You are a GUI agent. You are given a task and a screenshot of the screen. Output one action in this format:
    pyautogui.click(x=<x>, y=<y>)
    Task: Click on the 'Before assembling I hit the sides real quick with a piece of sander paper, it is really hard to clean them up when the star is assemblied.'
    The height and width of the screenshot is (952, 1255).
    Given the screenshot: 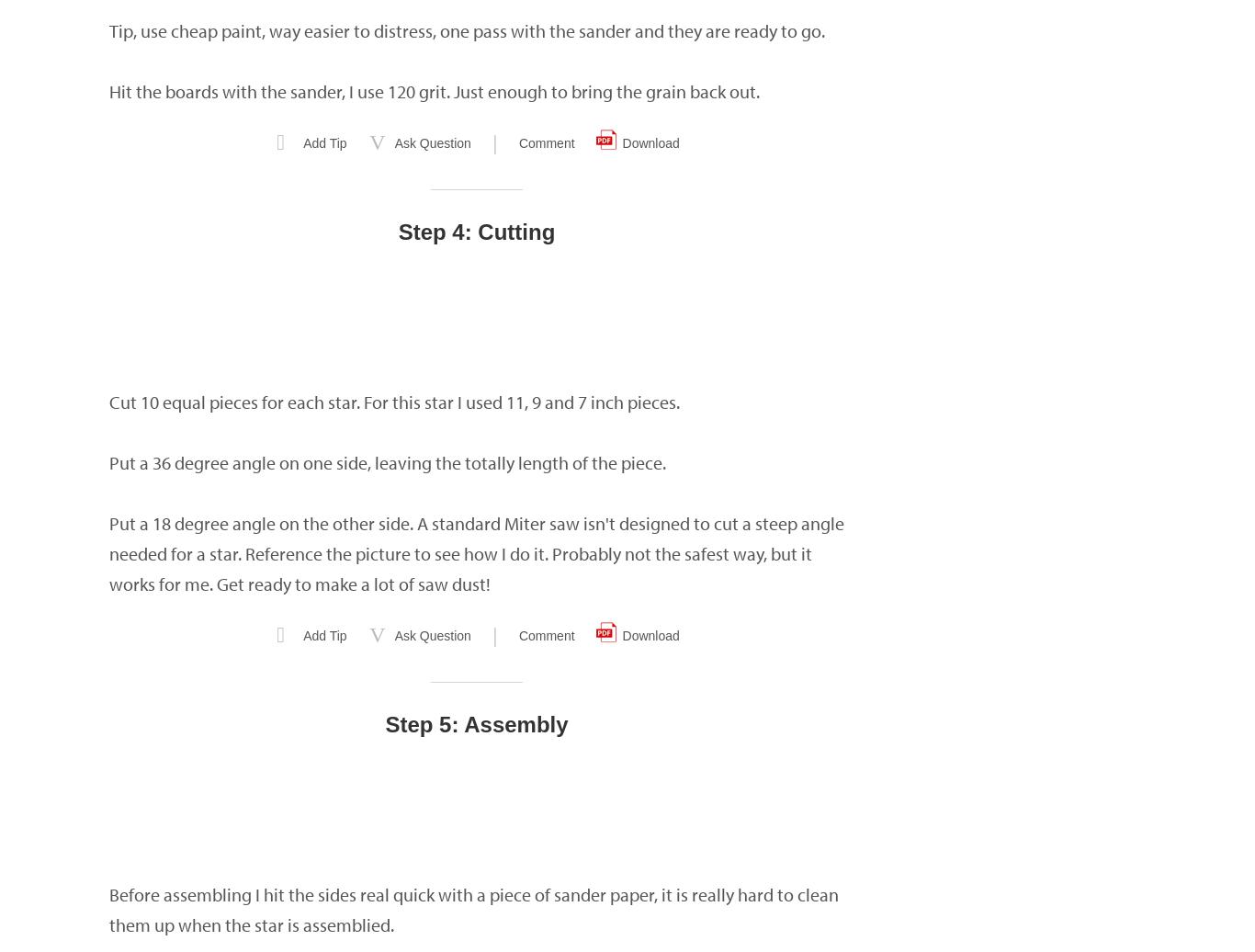 What is the action you would take?
    pyautogui.click(x=107, y=910)
    